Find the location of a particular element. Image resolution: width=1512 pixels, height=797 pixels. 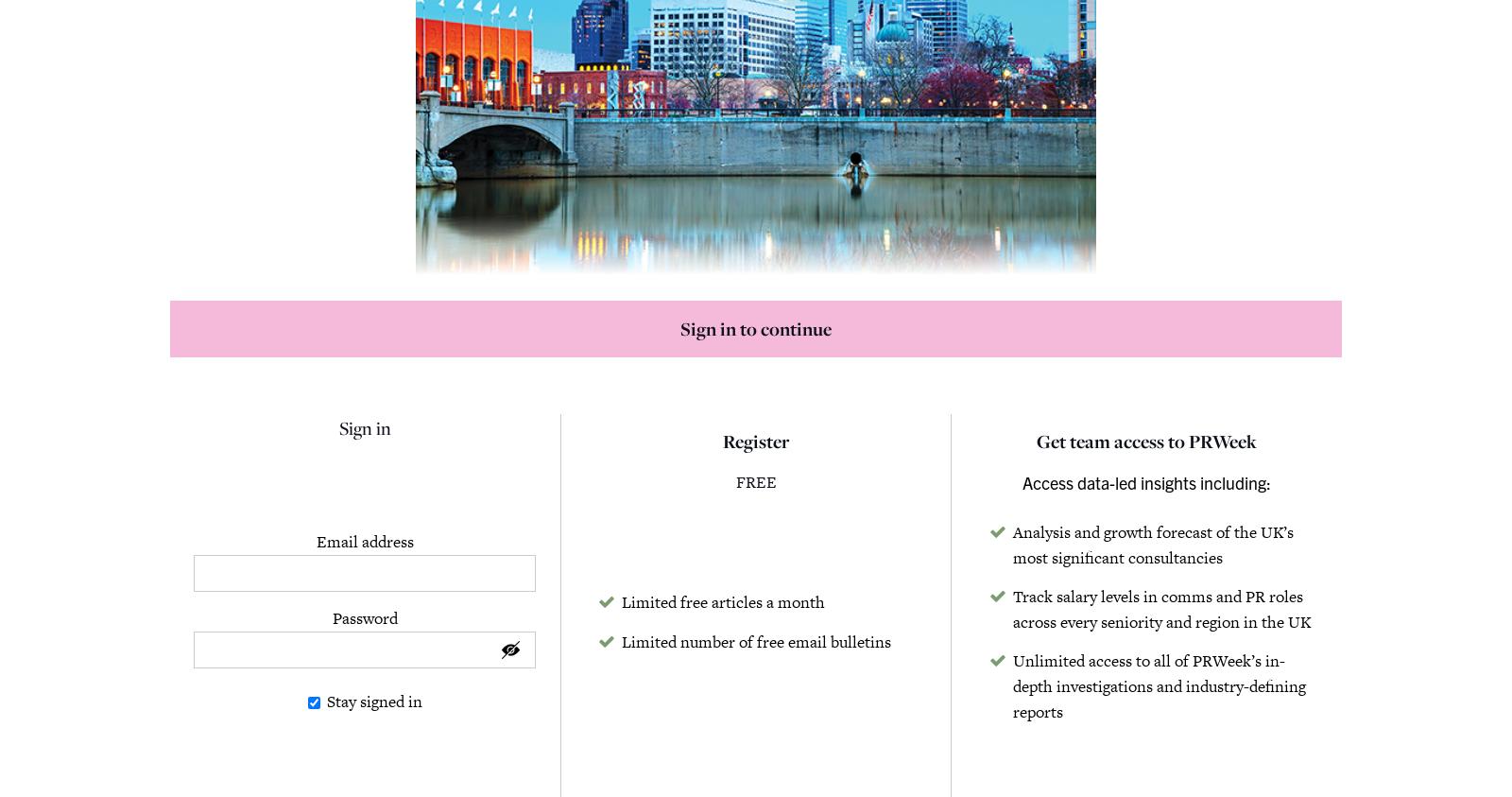

'Email address' is located at coordinates (315, 540).